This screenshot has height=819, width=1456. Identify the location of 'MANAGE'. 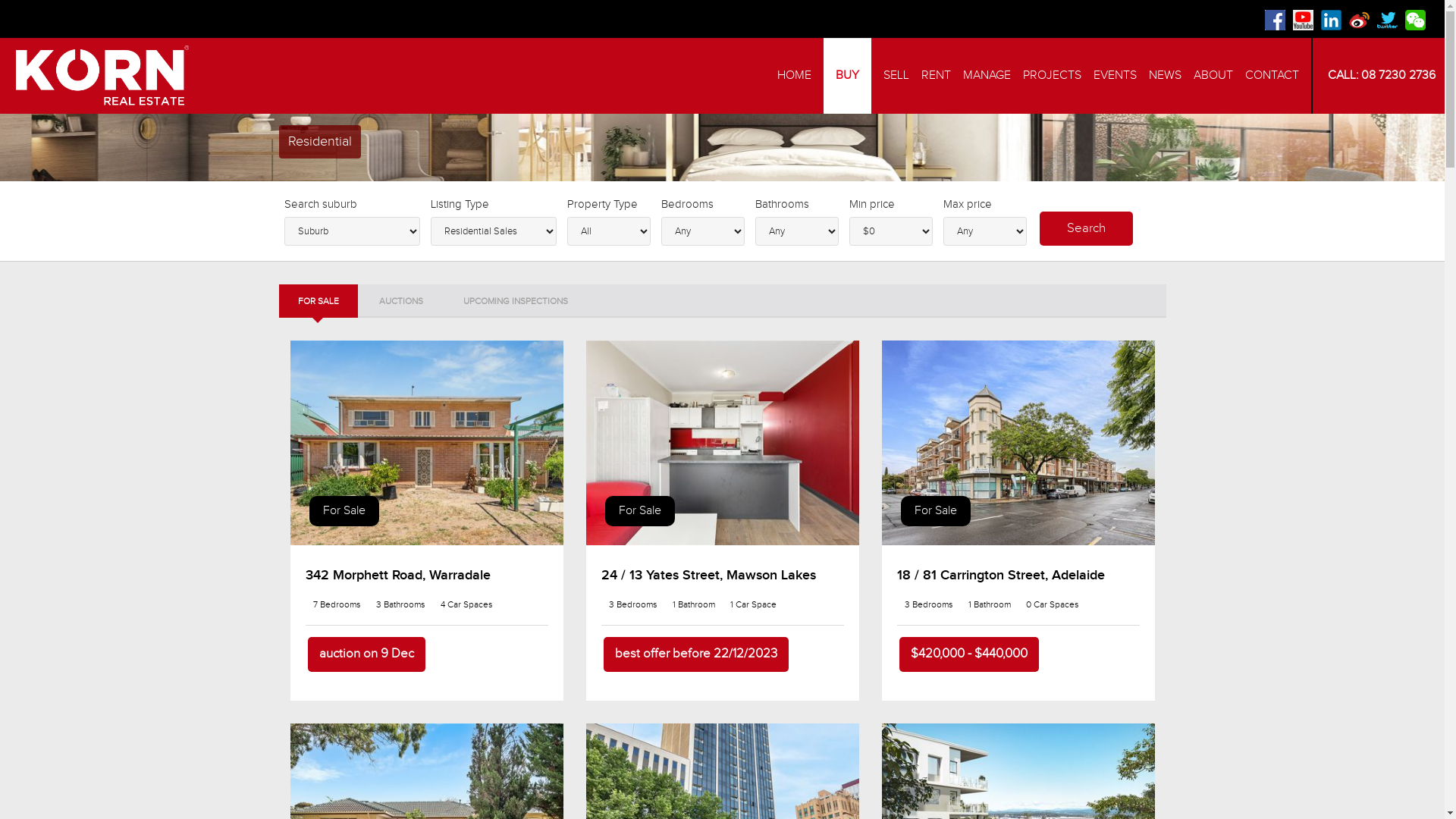
(987, 76).